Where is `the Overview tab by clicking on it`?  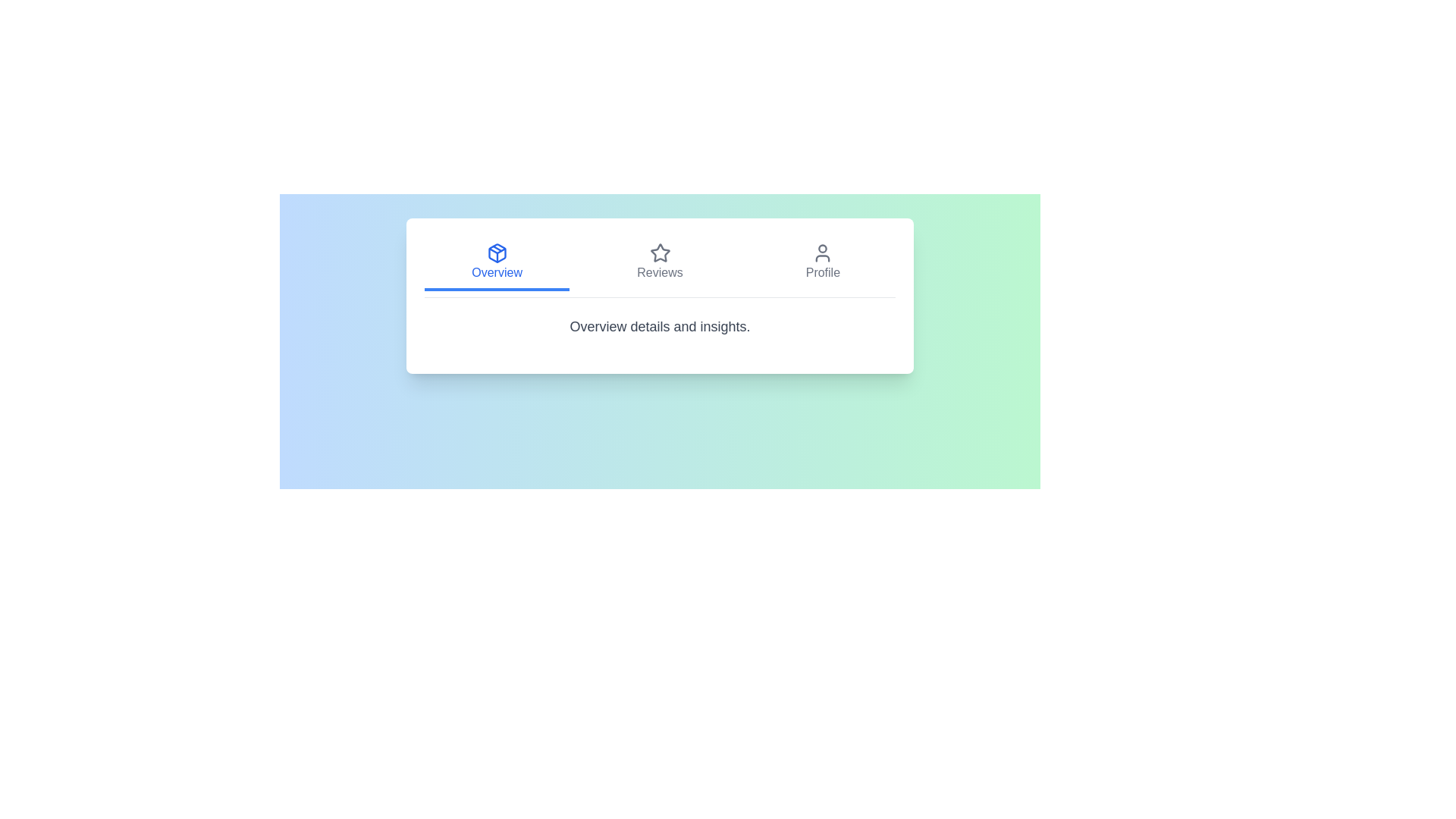
the Overview tab by clicking on it is located at coordinates (497, 262).